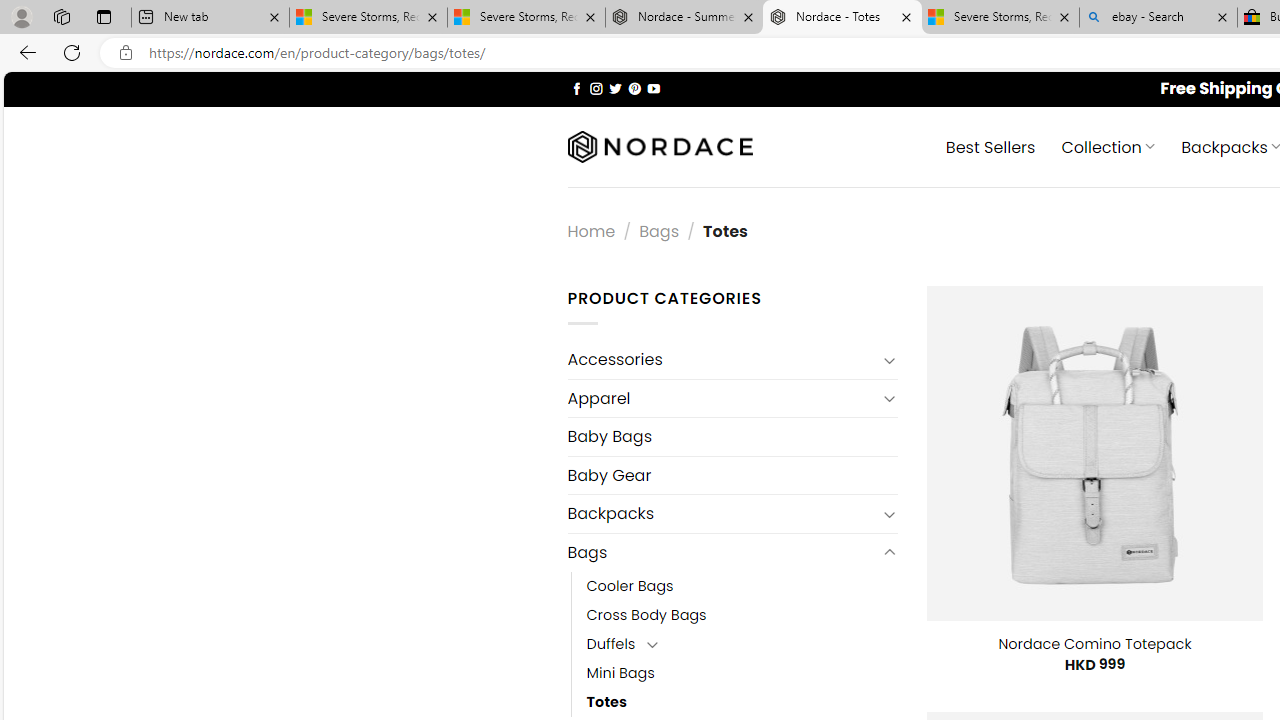 The image size is (1280, 720). I want to click on 'Bags', so click(720, 552).